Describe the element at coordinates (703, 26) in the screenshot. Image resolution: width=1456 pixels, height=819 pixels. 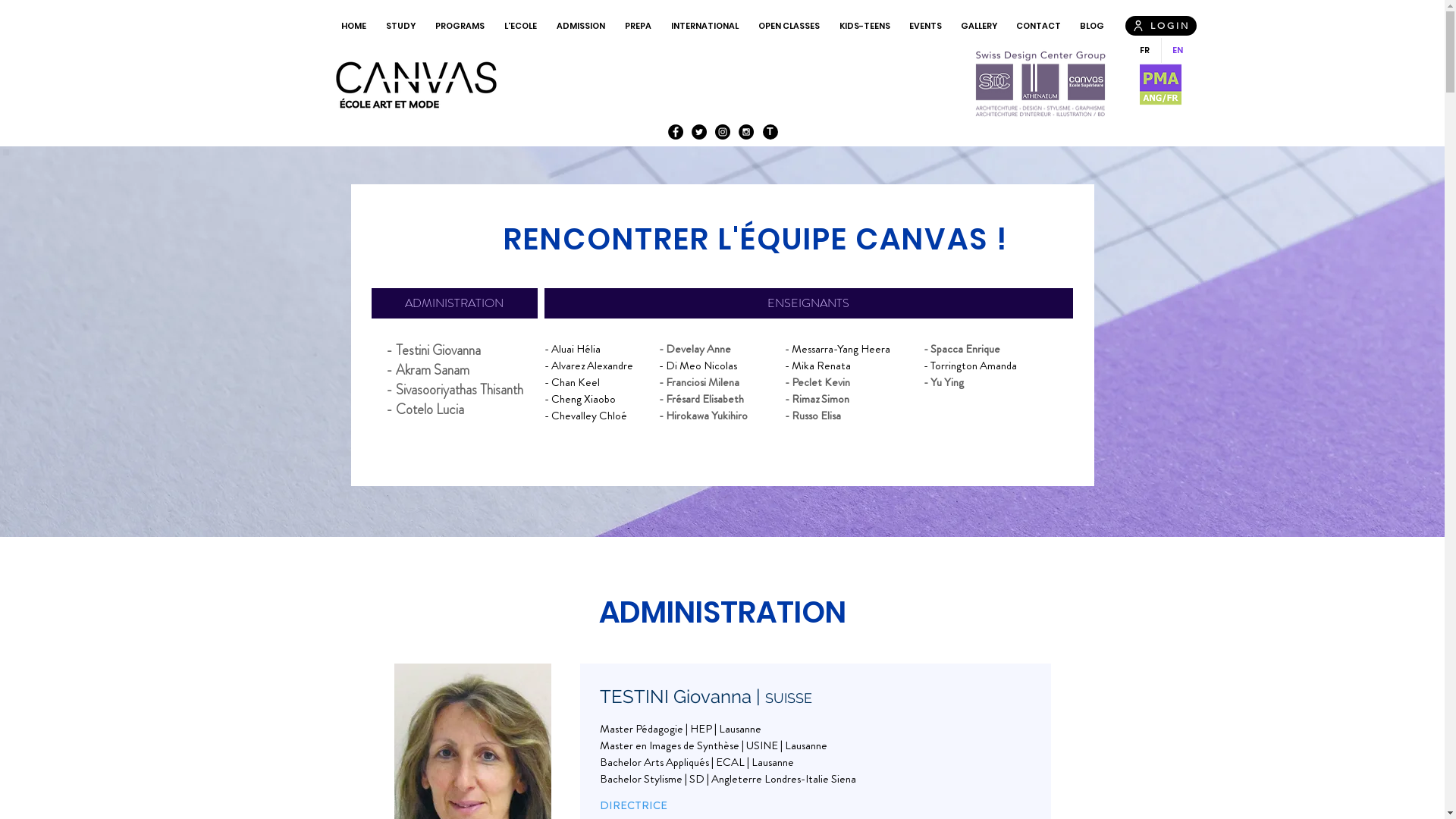
I see `'INTERNATIONAL'` at that location.